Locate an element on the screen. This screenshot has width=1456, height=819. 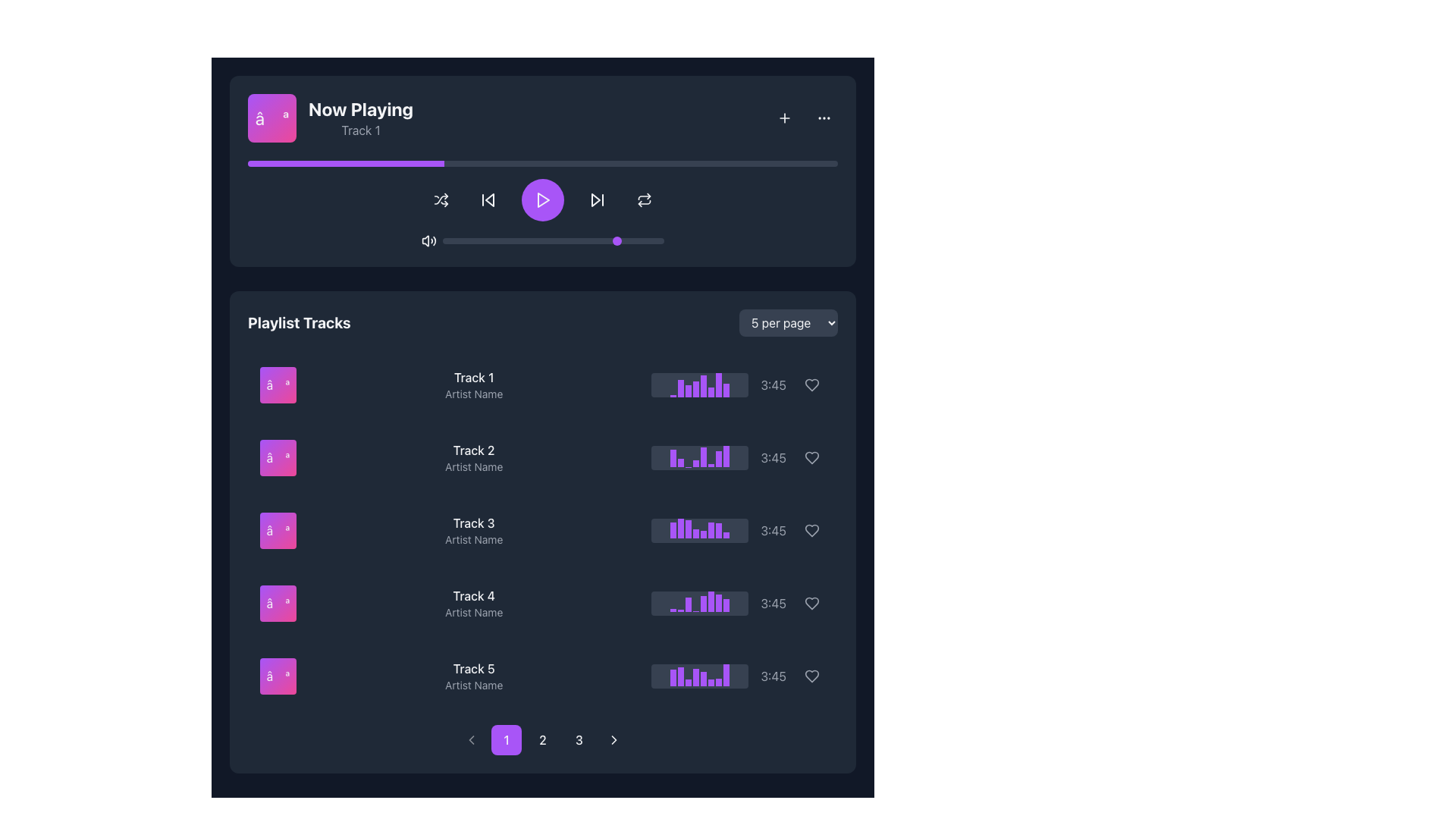
the fourth purple vertical bar in the histogram of the Playlist Tracks section is located at coordinates (695, 463).